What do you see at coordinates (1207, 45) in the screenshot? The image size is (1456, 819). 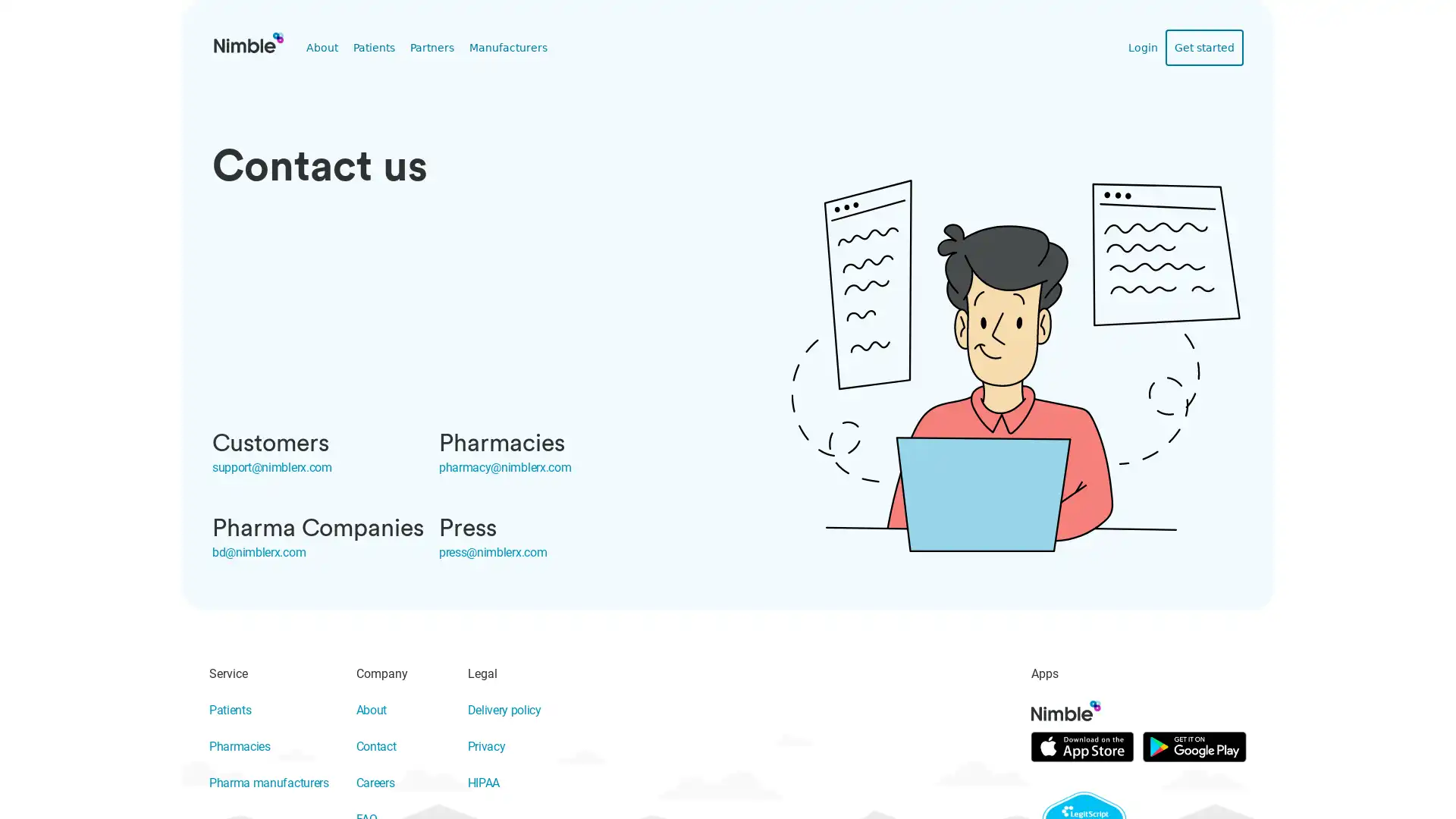 I see `Get started` at bounding box center [1207, 45].